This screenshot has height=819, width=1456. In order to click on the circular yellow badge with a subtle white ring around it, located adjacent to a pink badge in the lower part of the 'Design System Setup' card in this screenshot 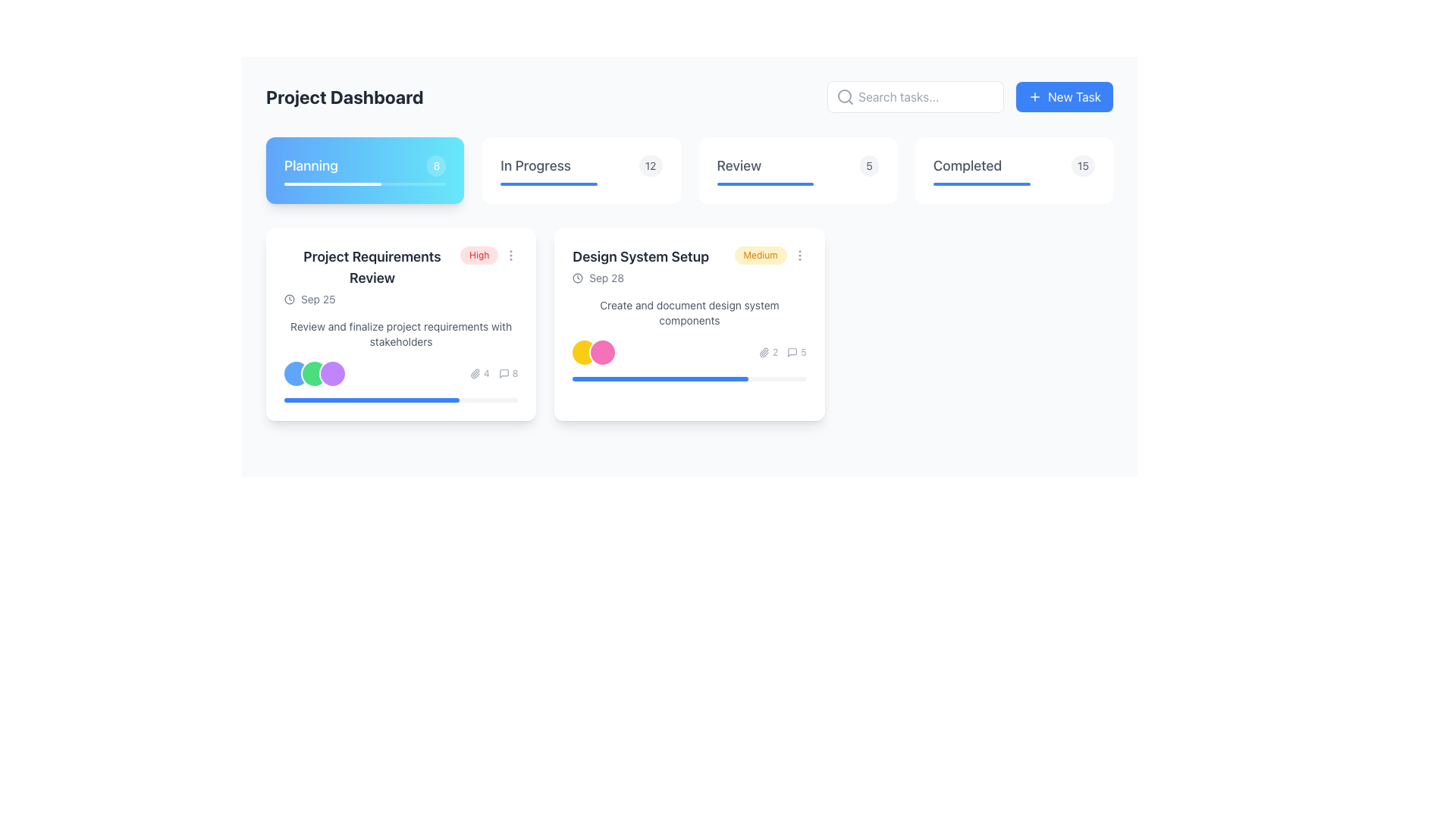, I will do `click(584, 353)`.